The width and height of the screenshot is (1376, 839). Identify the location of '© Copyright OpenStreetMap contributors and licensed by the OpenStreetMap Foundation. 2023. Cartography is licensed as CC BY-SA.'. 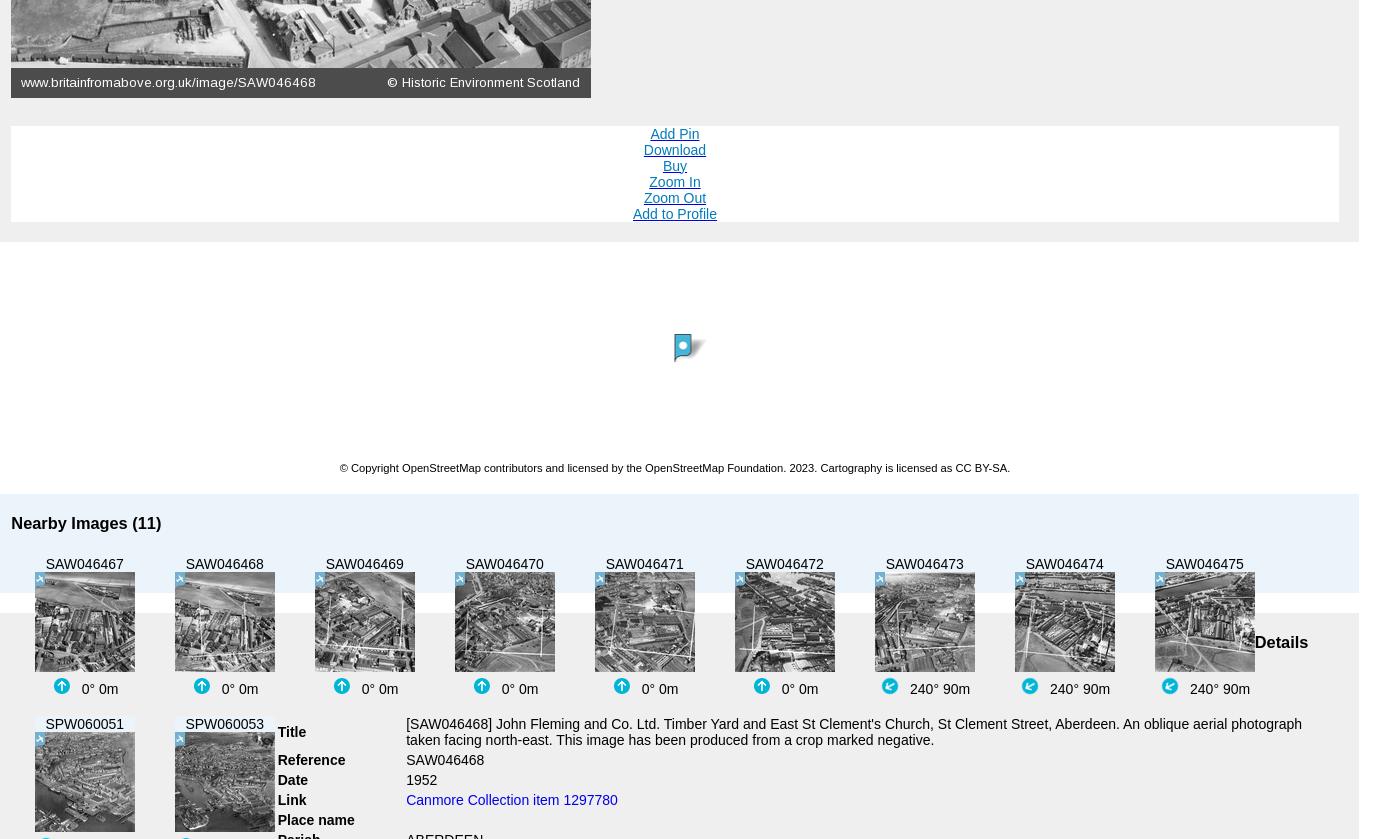
(674, 465).